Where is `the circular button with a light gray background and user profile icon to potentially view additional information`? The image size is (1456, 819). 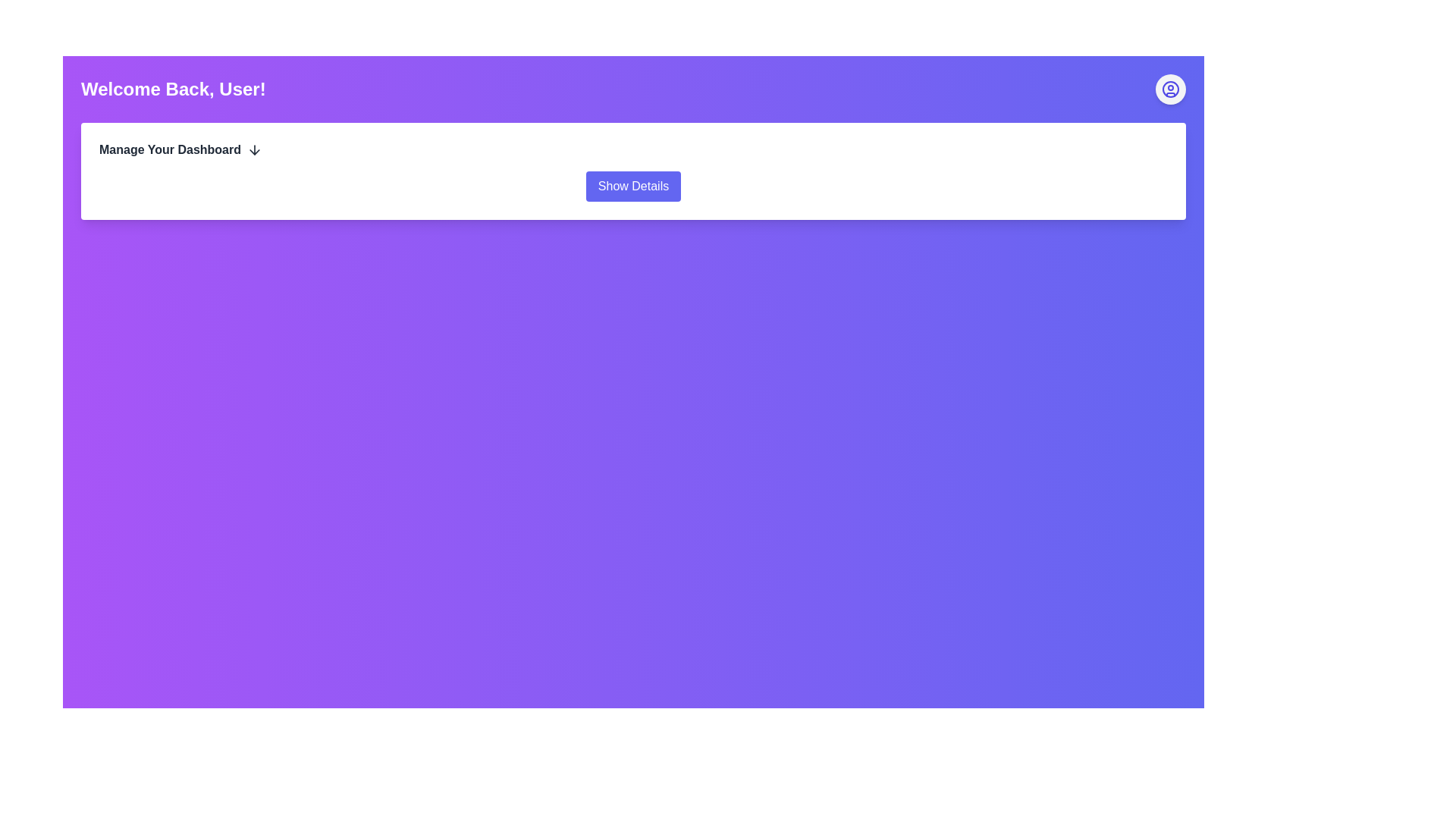 the circular button with a light gray background and user profile icon to potentially view additional information is located at coordinates (1170, 89).